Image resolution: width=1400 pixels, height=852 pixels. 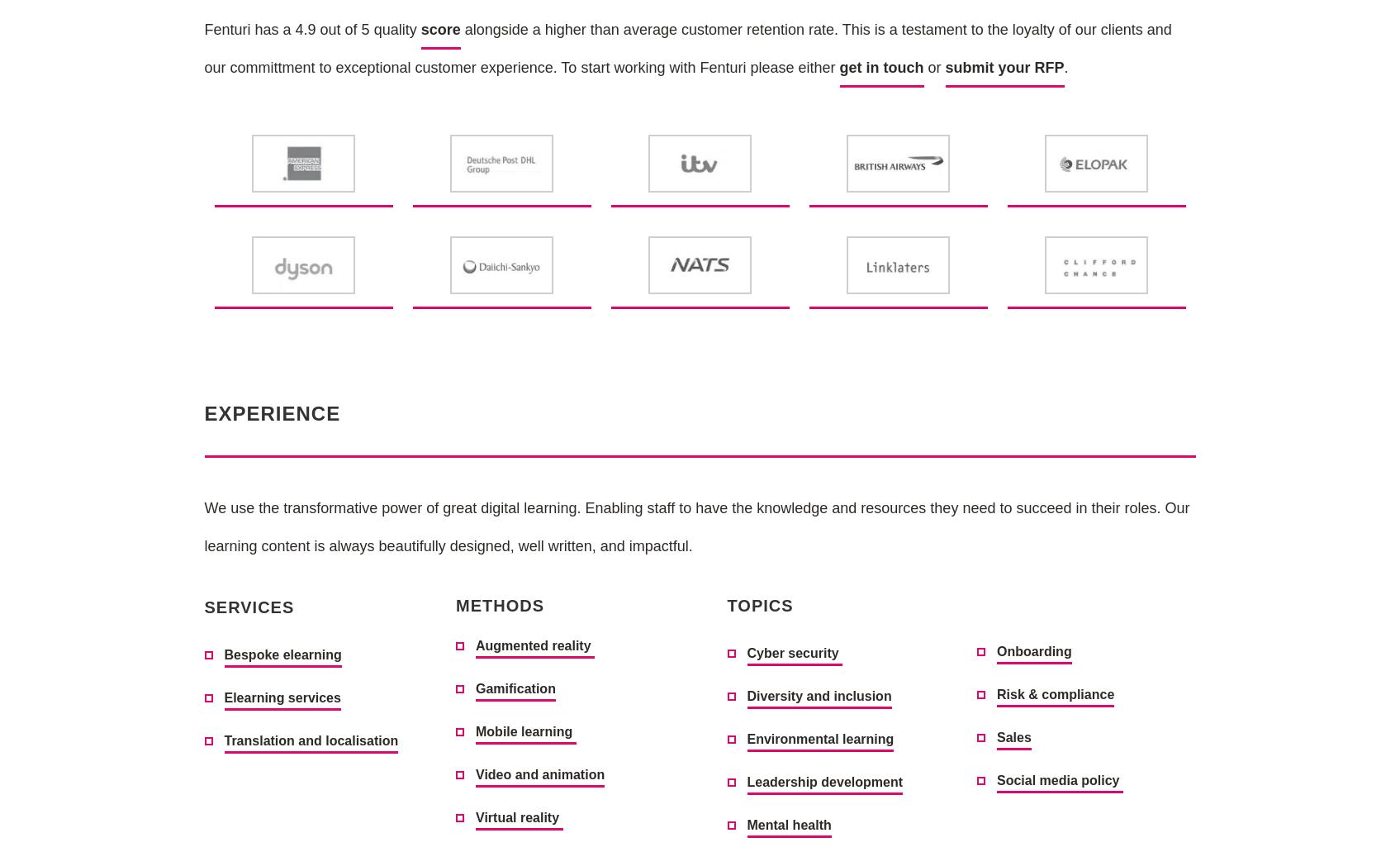 What do you see at coordinates (1058, 779) in the screenshot?
I see `'Social media policy'` at bounding box center [1058, 779].